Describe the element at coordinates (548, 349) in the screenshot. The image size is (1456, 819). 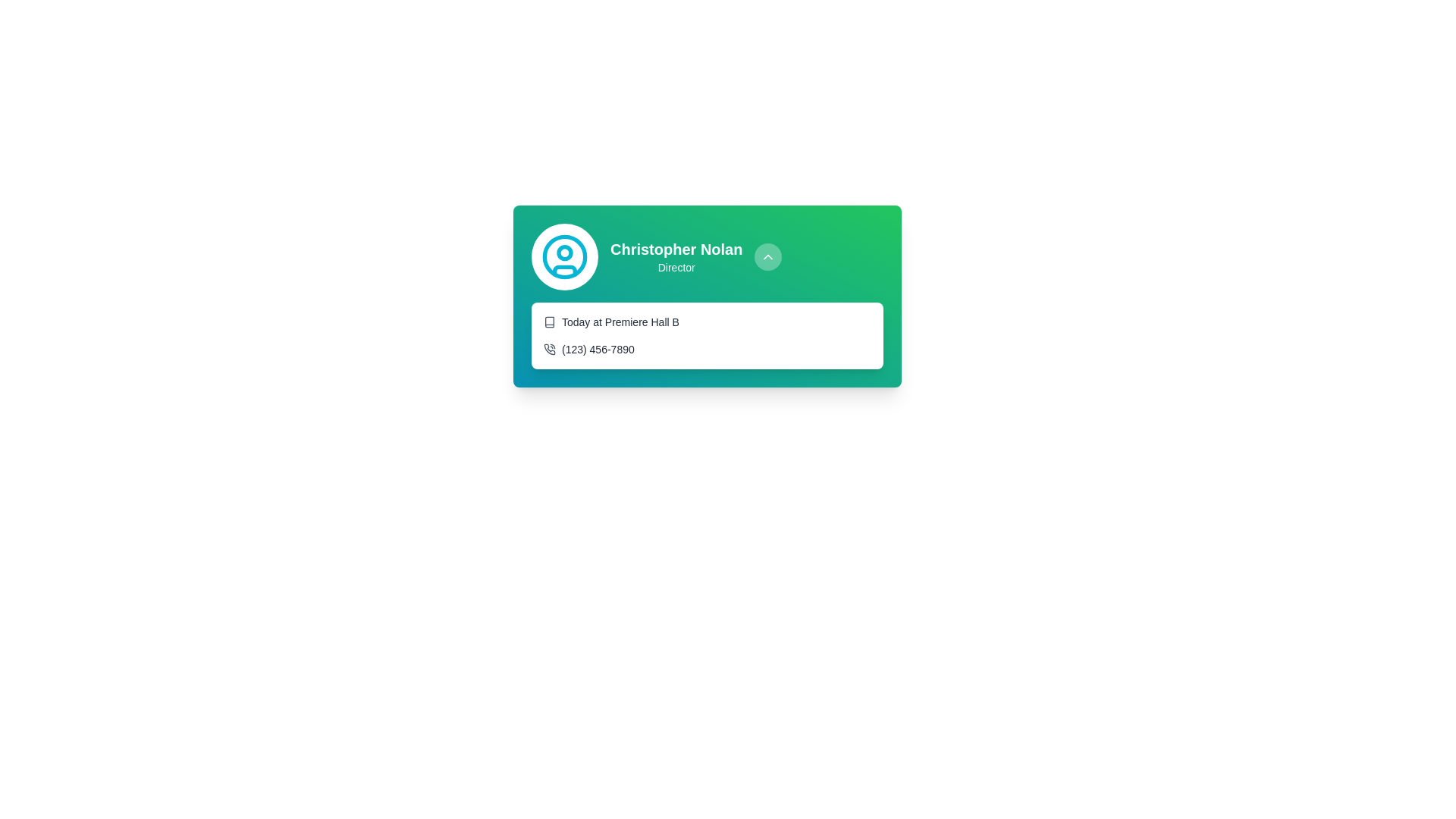
I see `the phone number icon located to the left of '(123) 456-7890' associated with Christopher Nolan` at that location.